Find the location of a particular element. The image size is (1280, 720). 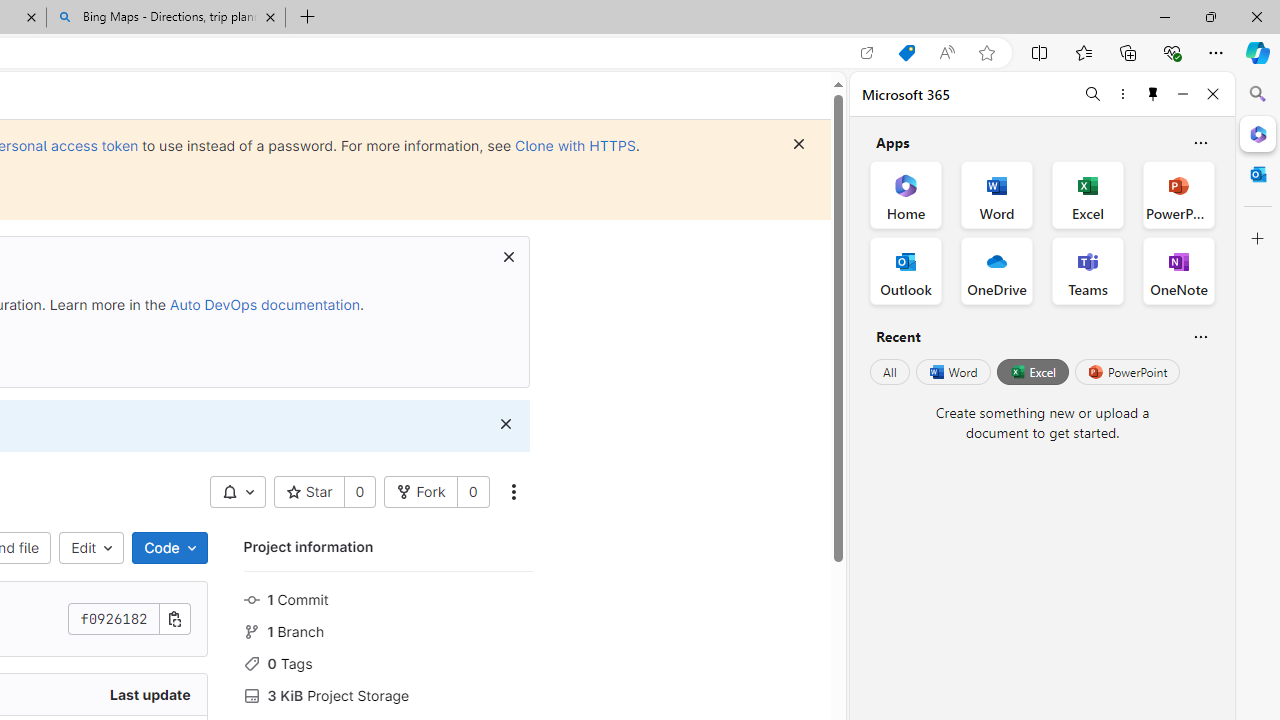

'Code' is located at coordinates (169, 547).